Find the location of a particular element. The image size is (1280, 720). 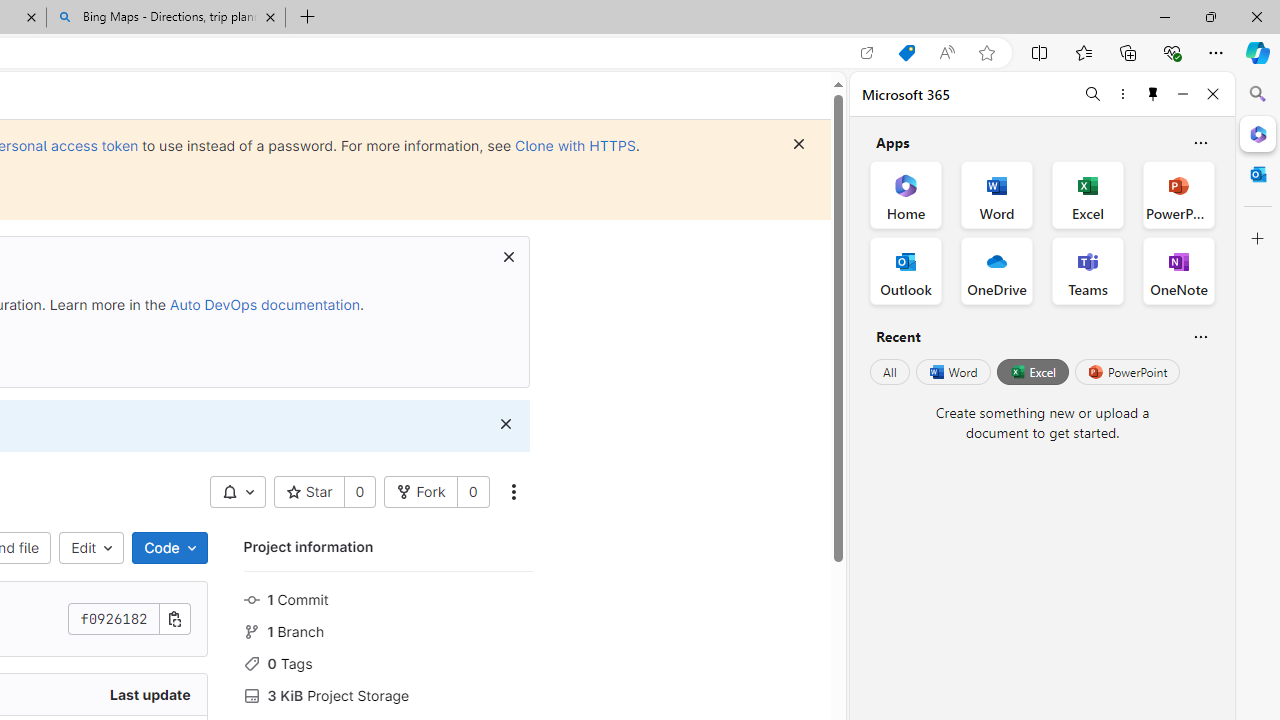

'Code' is located at coordinates (169, 547).